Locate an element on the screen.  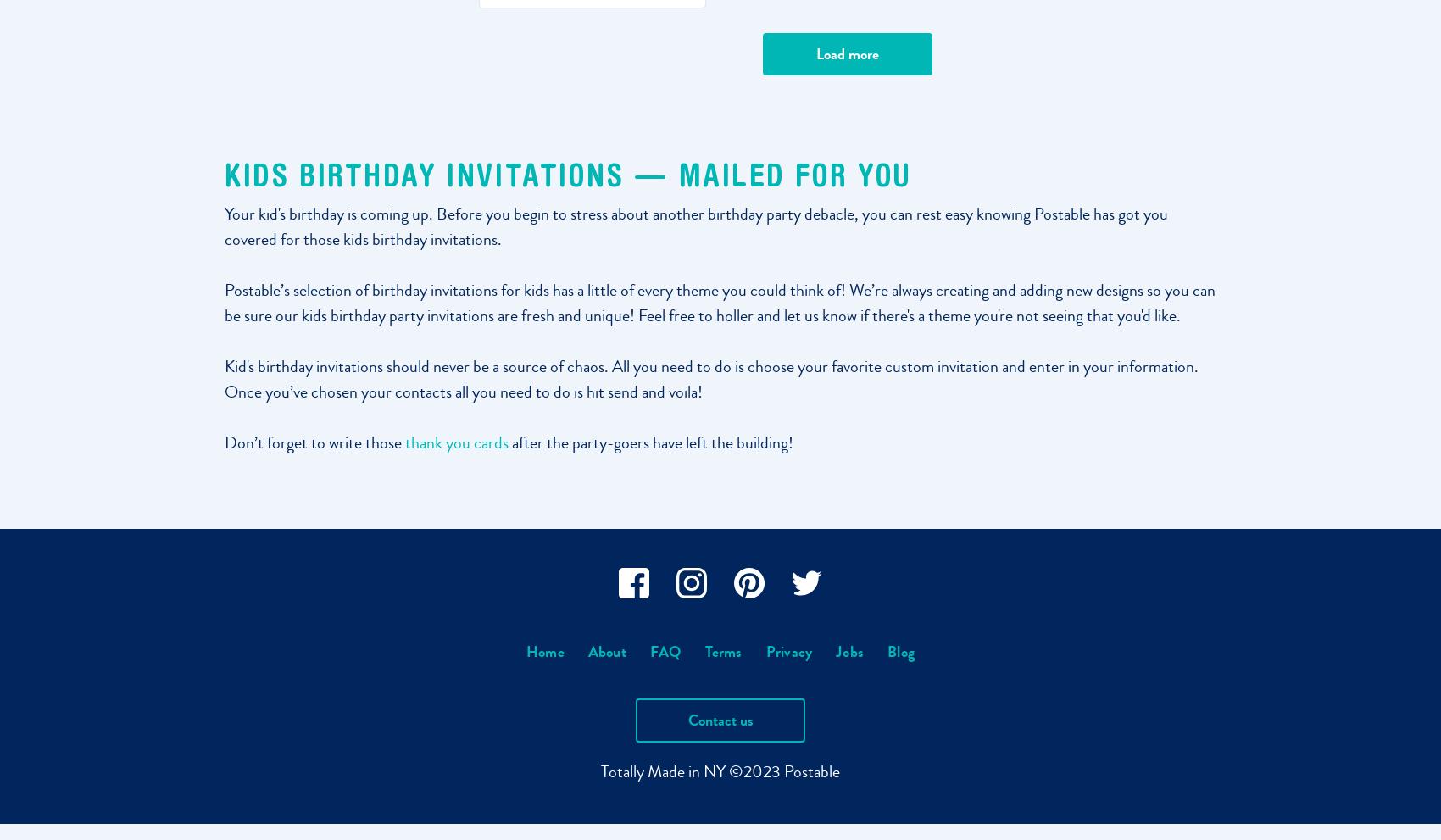
'Made in NY' is located at coordinates (686, 770).